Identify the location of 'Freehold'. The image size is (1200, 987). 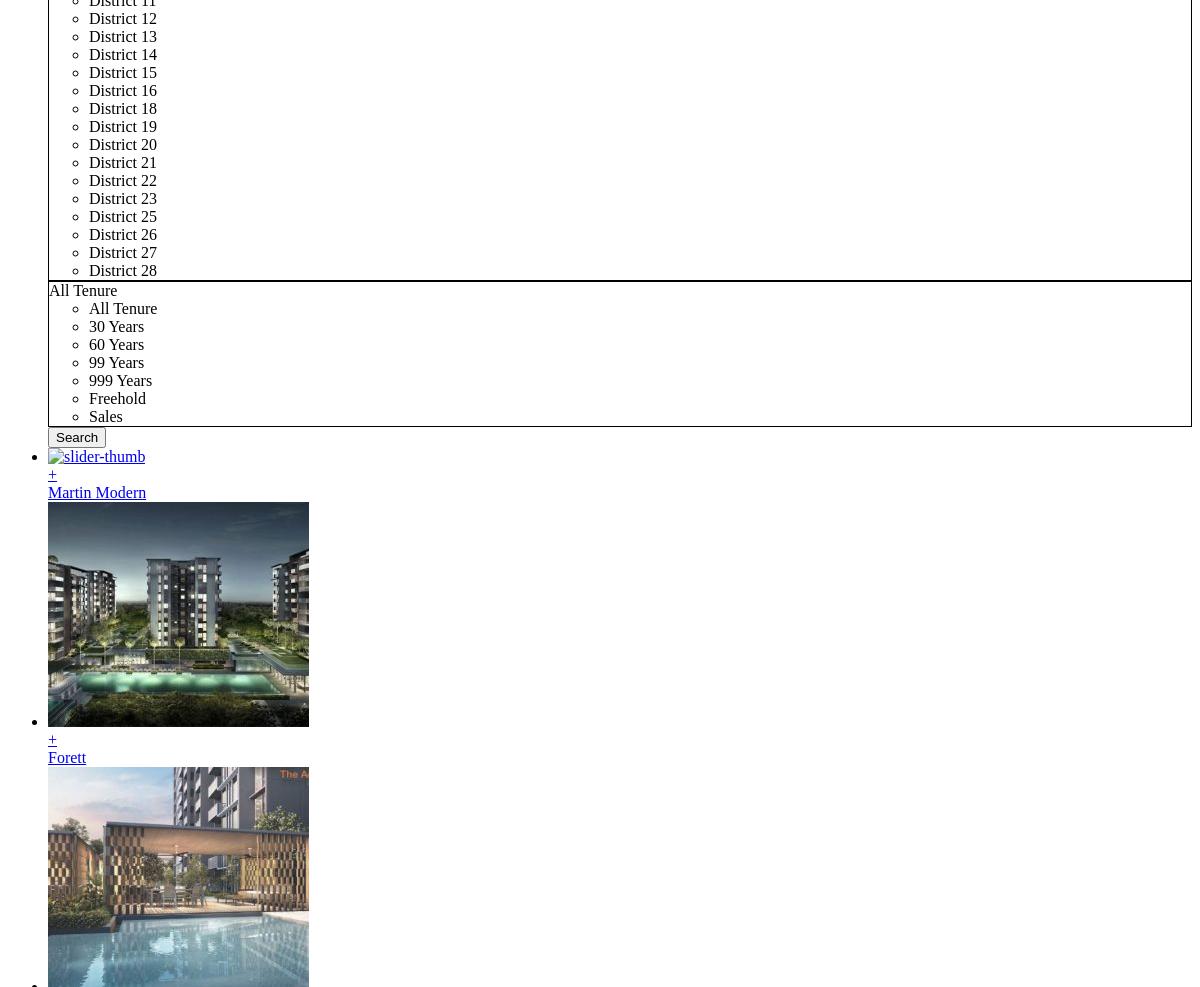
(89, 398).